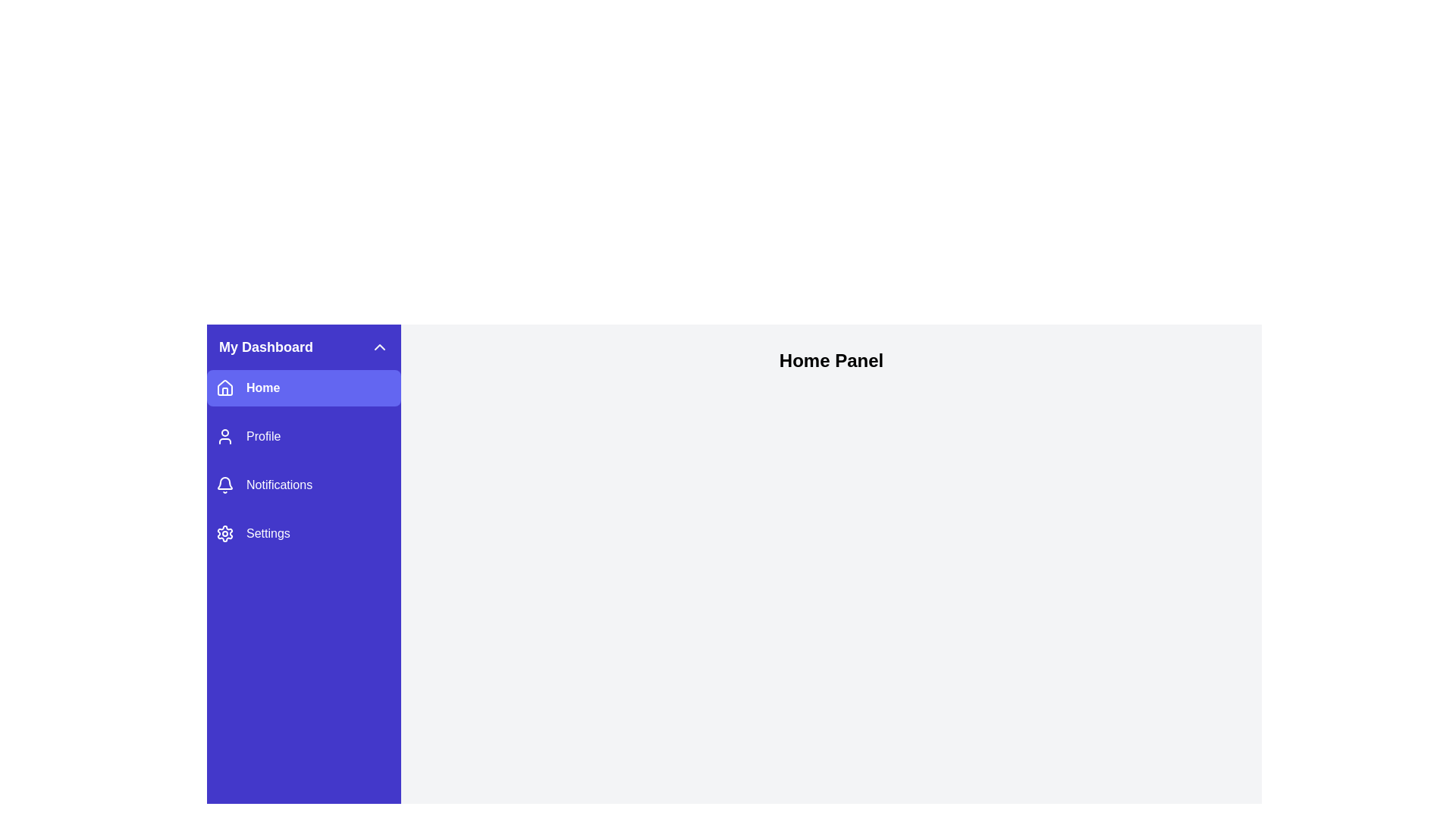  I want to click on inner vertical rectangle of the house icon, which represents the door part of the house icon located in the 'My Dashboard' section, so click(224, 391).